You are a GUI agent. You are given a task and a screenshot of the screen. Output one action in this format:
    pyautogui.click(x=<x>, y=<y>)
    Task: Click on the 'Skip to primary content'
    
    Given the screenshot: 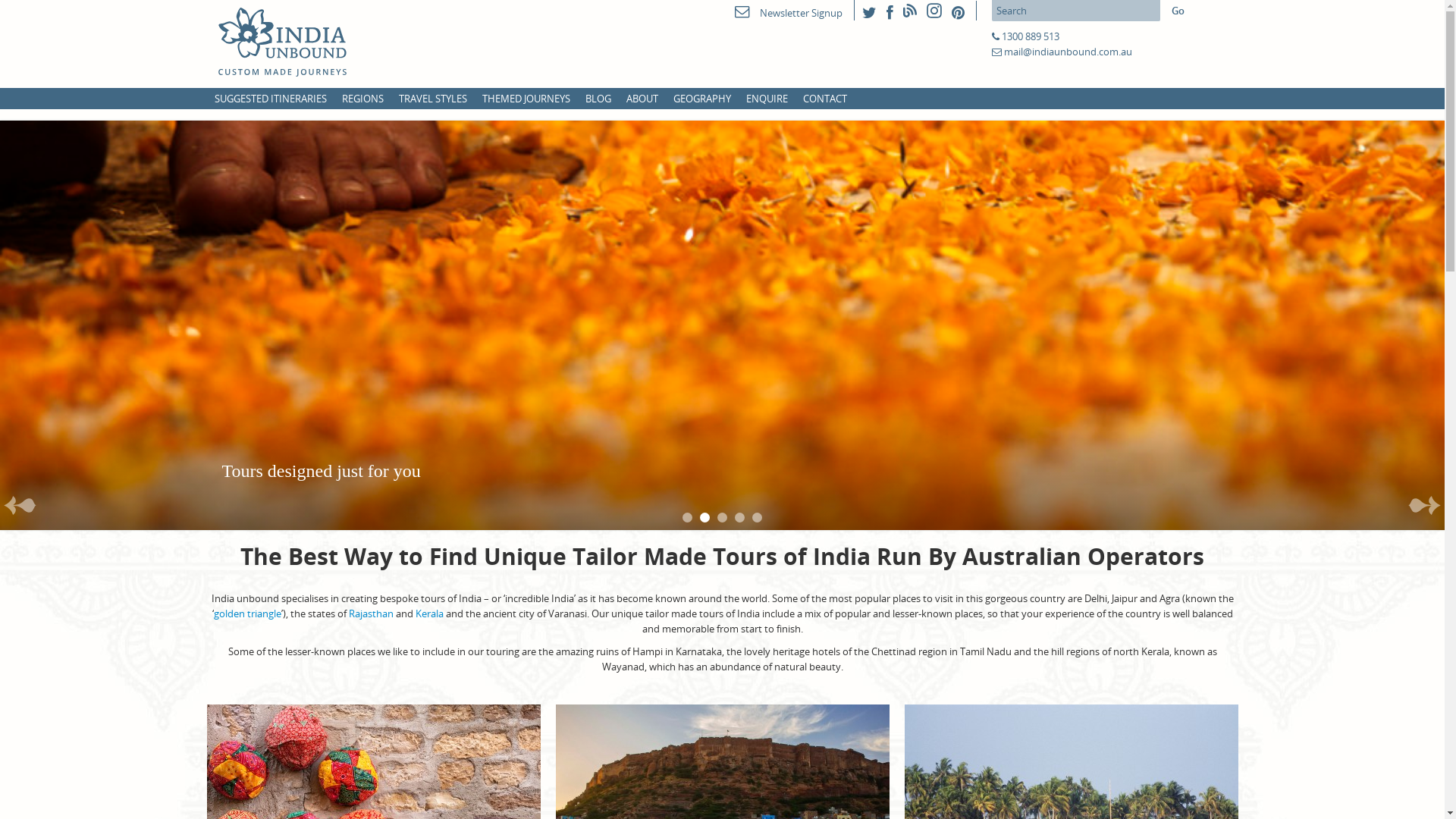 What is the action you would take?
    pyautogui.click(x=0, y=8)
    